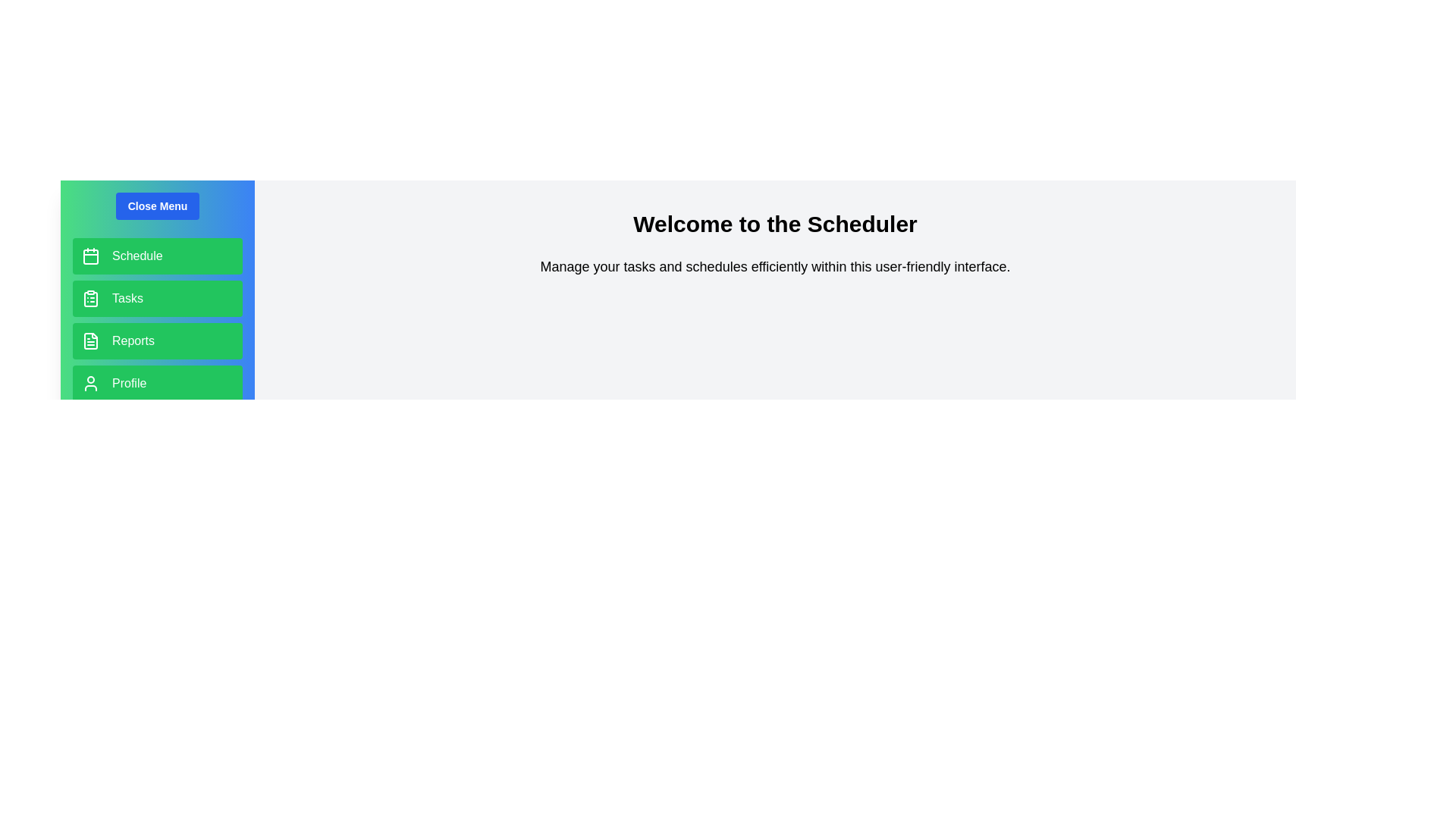 The width and height of the screenshot is (1456, 819). Describe the element at coordinates (157, 256) in the screenshot. I see `the menu item Schedule to observe its hover effect` at that location.